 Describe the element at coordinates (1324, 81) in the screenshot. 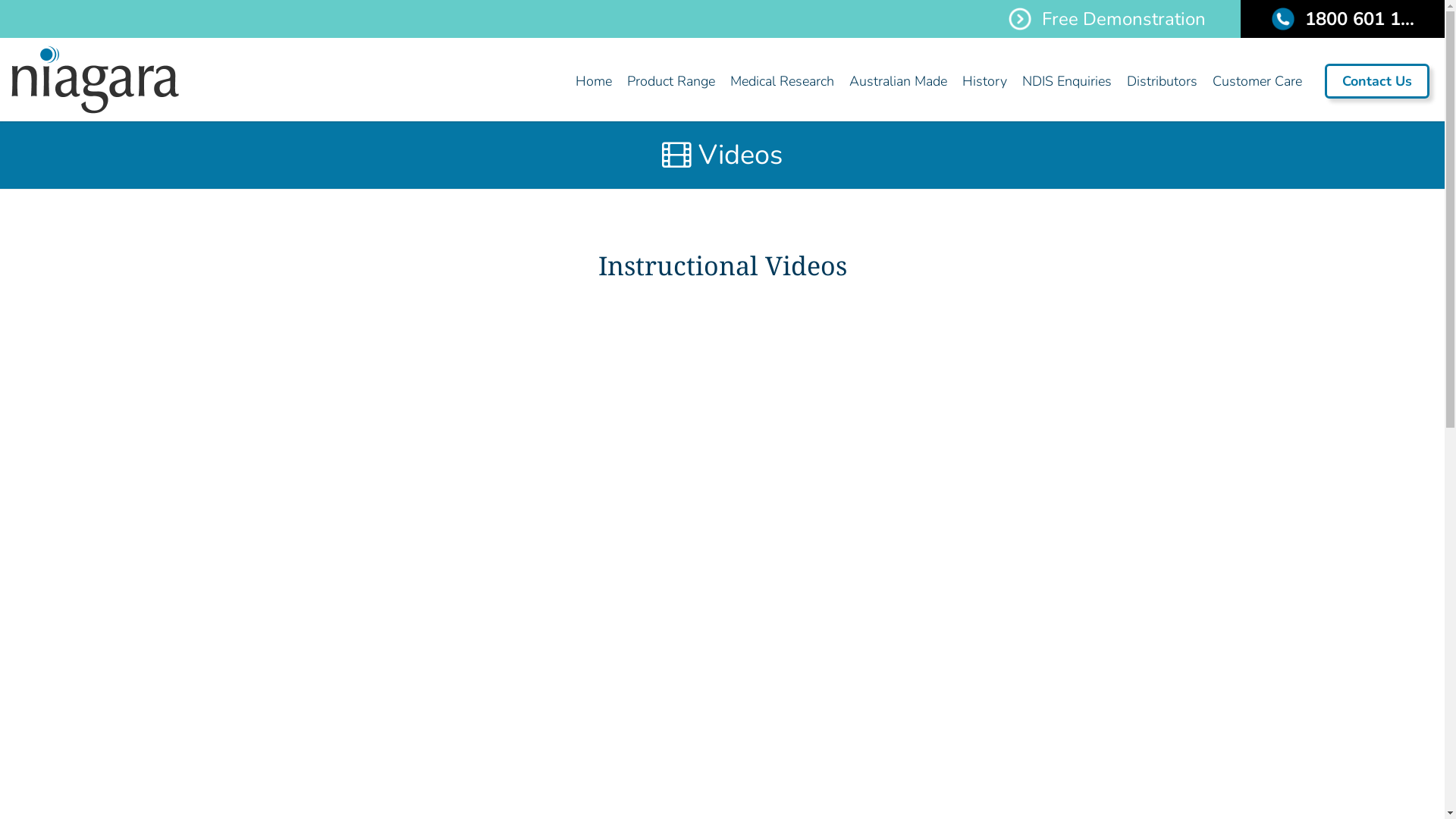

I see `'Contact Us'` at that location.